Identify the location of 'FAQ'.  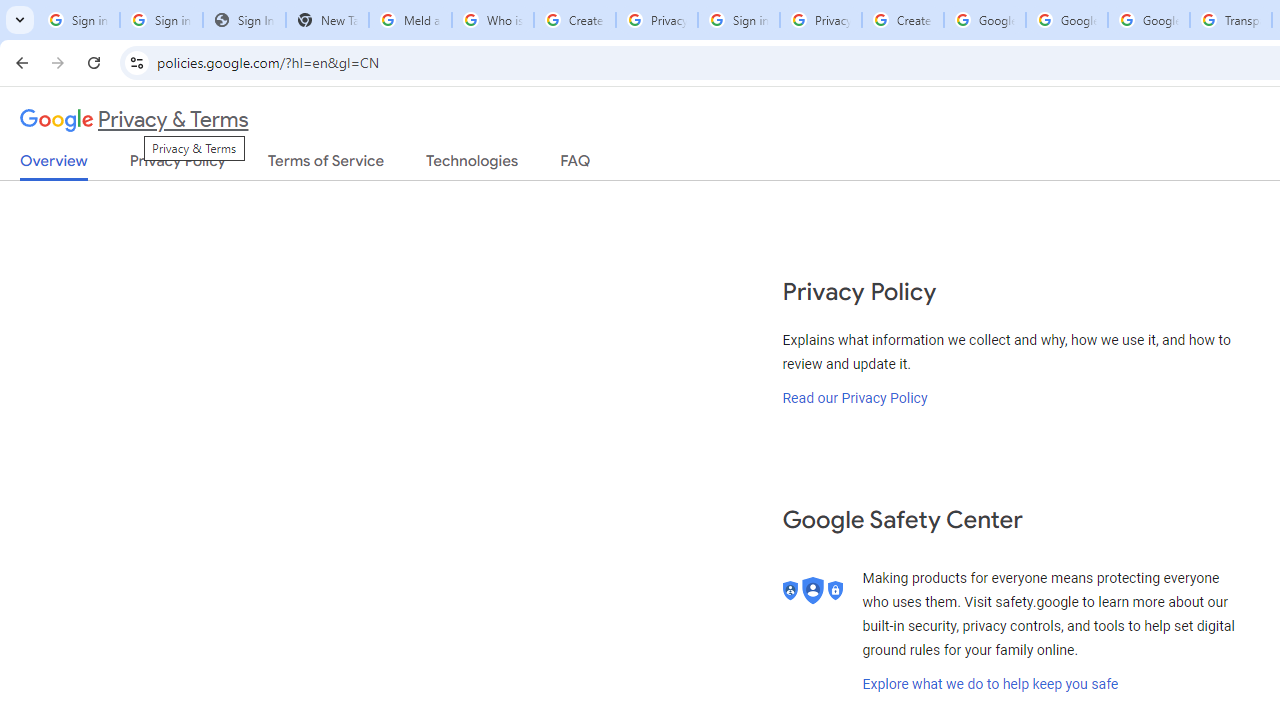
(575, 164).